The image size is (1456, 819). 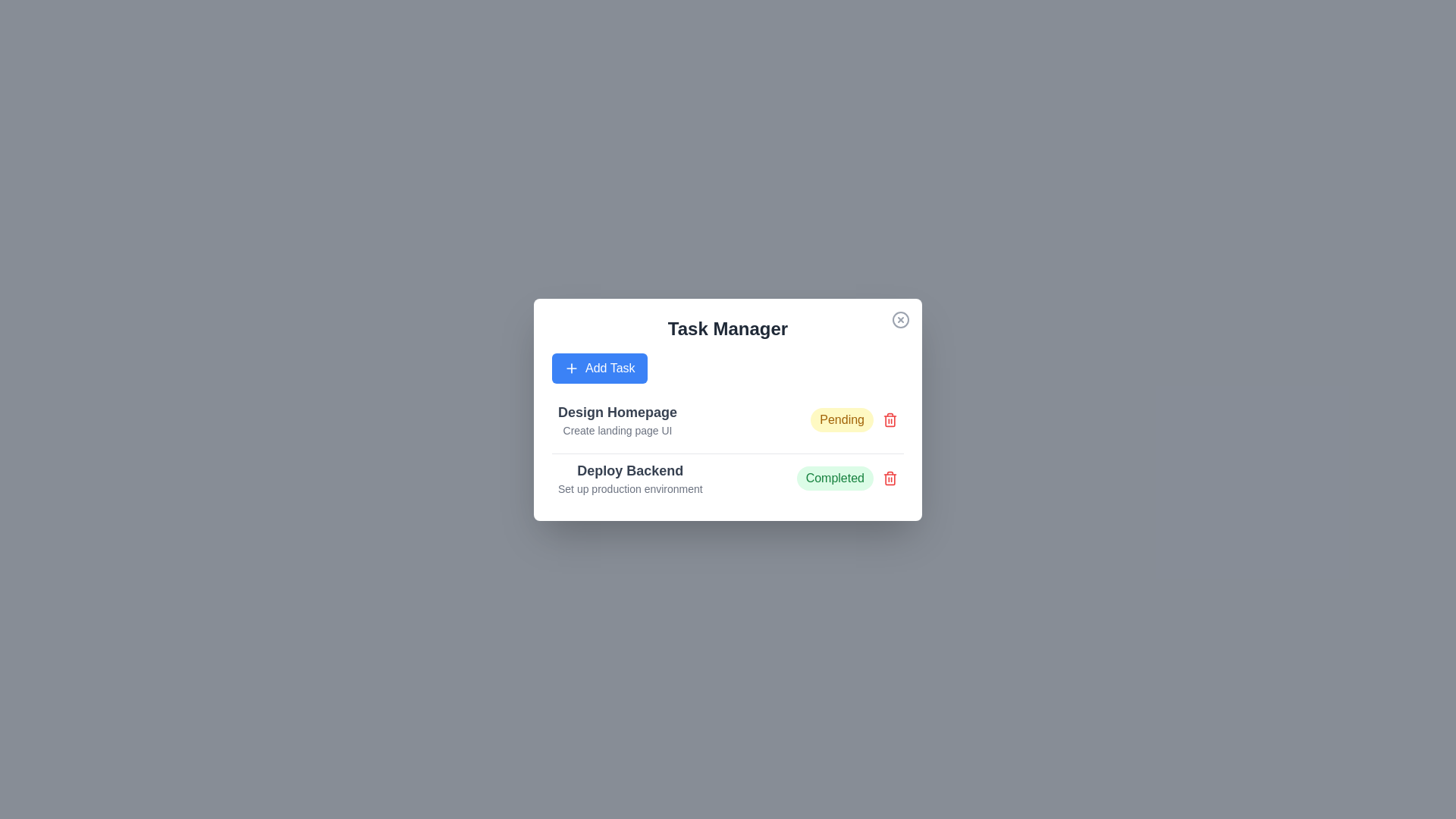 What do you see at coordinates (901, 318) in the screenshot?
I see `the close button located at the top-right corner of the modal window` at bounding box center [901, 318].